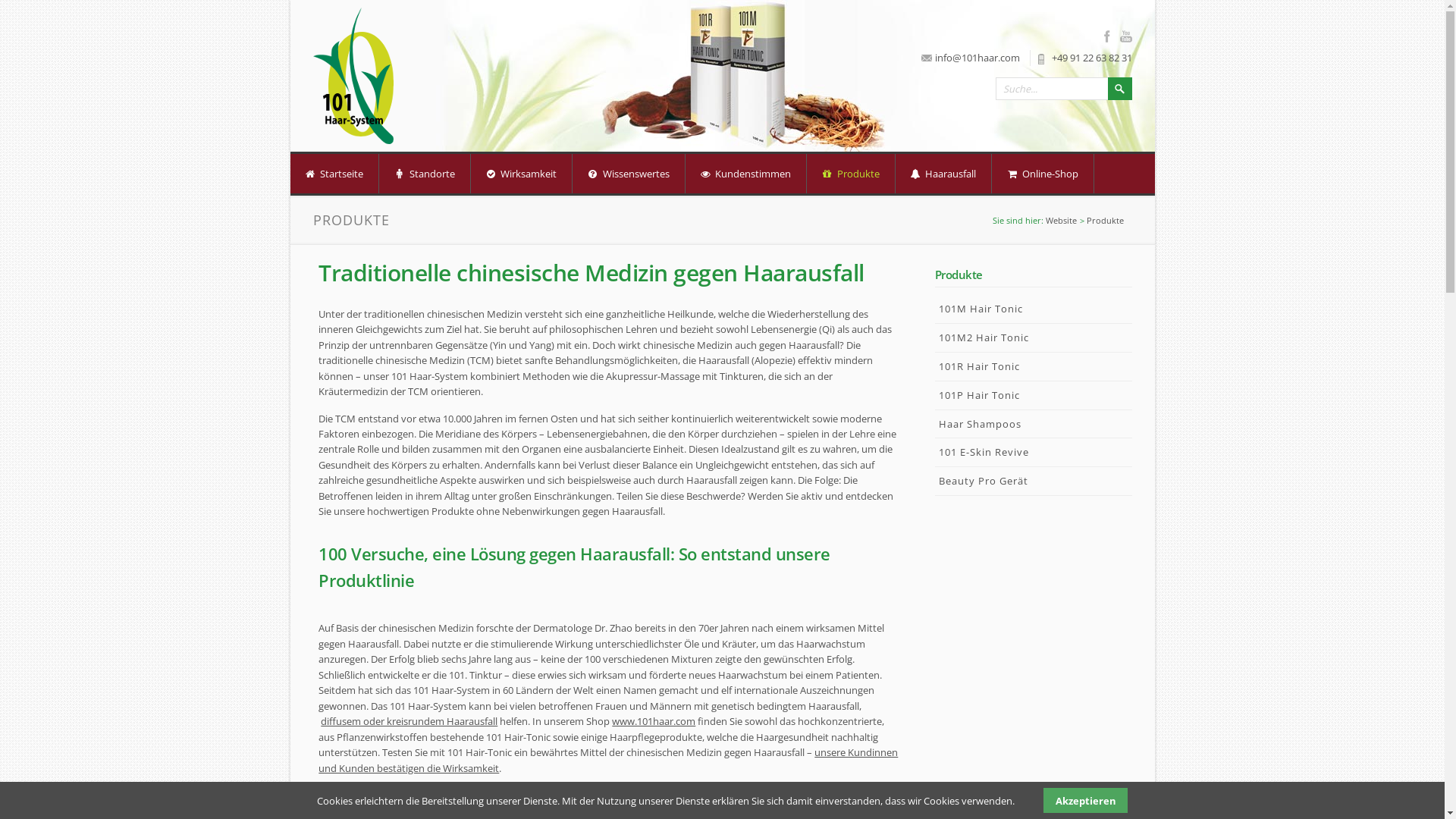 The width and height of the screenshot is (1456, 819). I want to click on 'Haarausfall', so click(942, 172).